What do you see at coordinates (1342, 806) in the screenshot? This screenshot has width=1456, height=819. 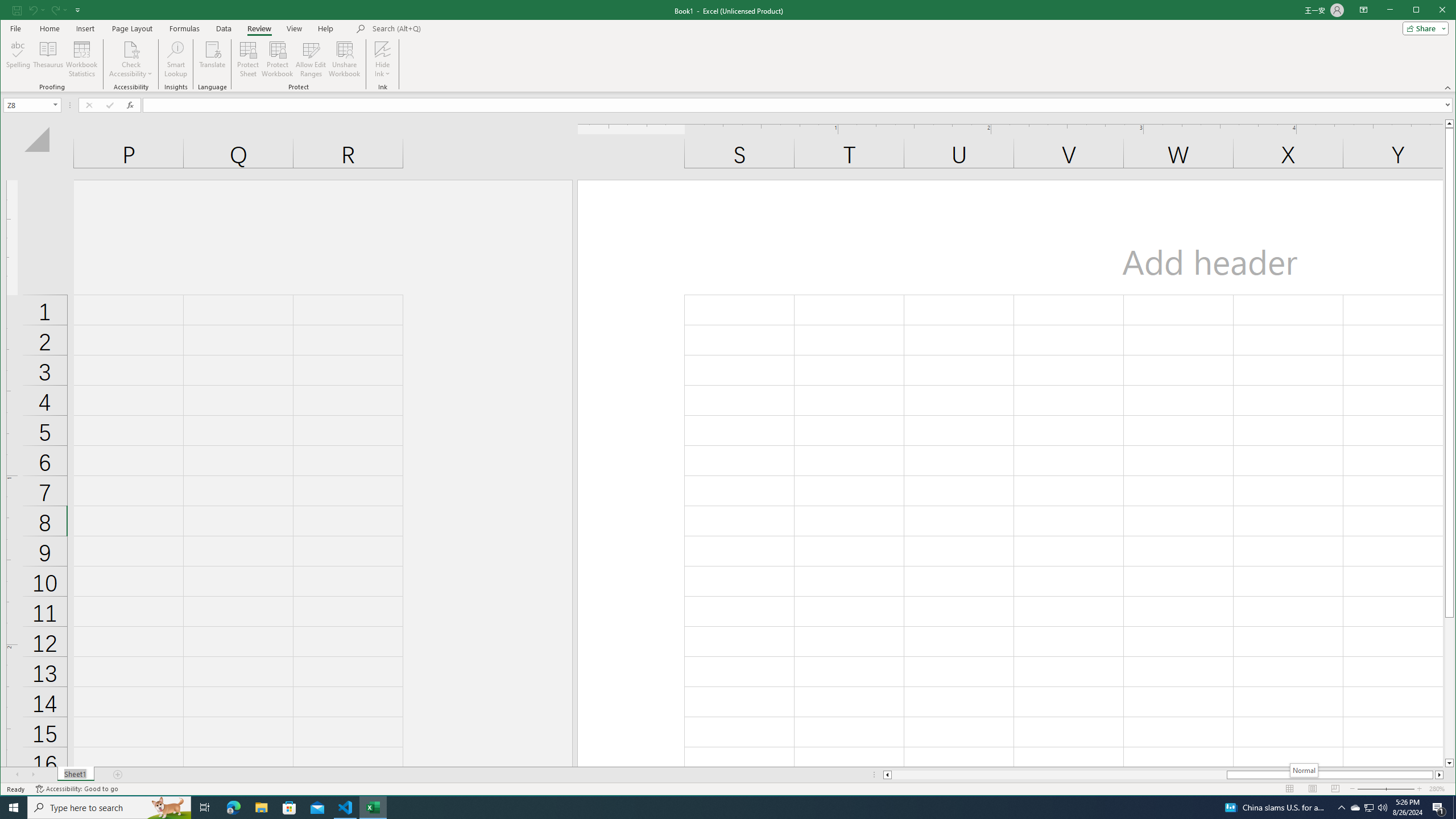 I see `'Notification Chevron'` at bounding box center [1342, 806].